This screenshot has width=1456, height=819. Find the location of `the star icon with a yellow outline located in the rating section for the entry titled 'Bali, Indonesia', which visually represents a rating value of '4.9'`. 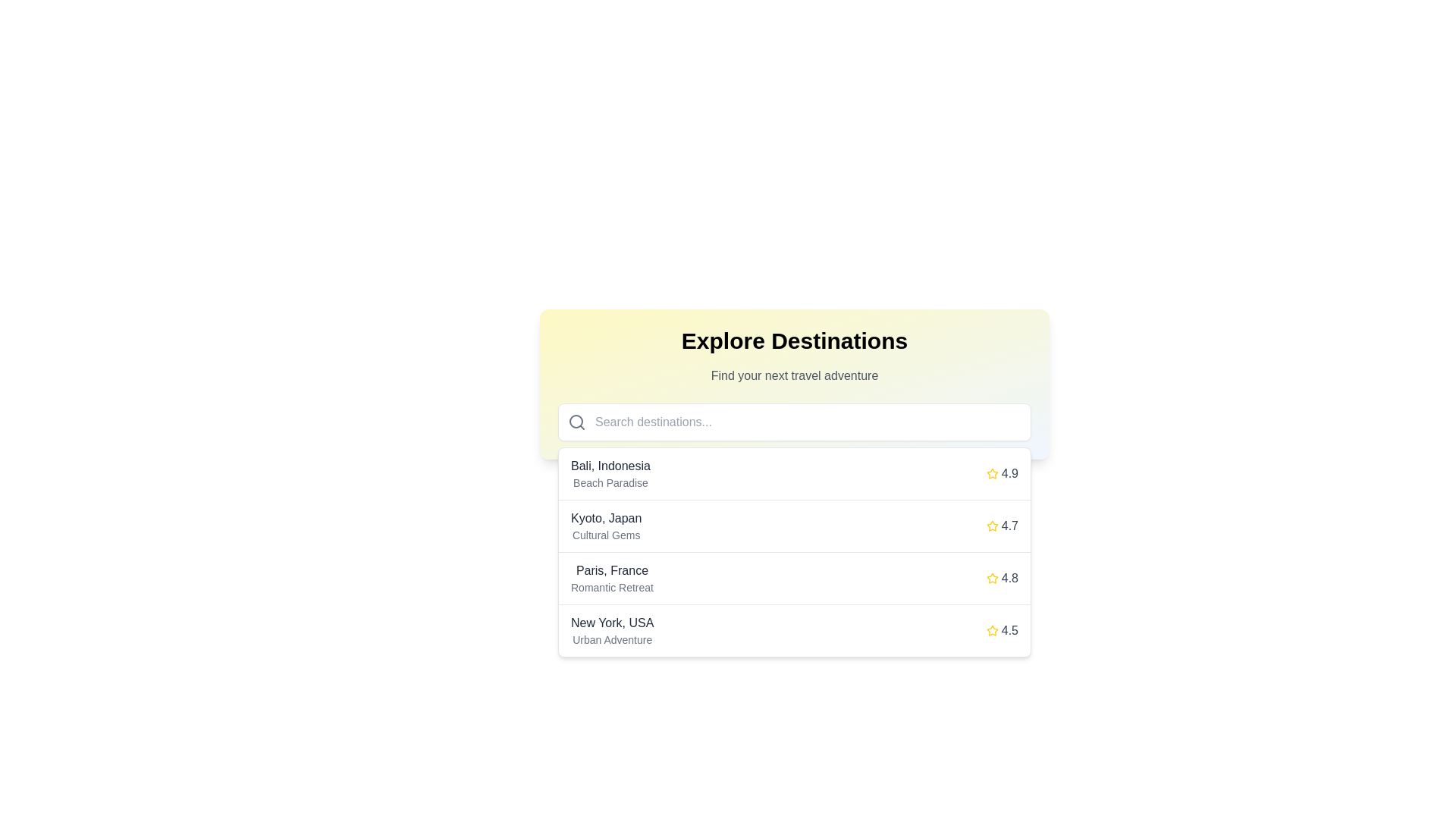

the star icon with a yellow outline located in the rating section for the entry titled 'Bali, Indonesia', which visually represents a rating value of '4.9' is located at coordinates (992, 472).